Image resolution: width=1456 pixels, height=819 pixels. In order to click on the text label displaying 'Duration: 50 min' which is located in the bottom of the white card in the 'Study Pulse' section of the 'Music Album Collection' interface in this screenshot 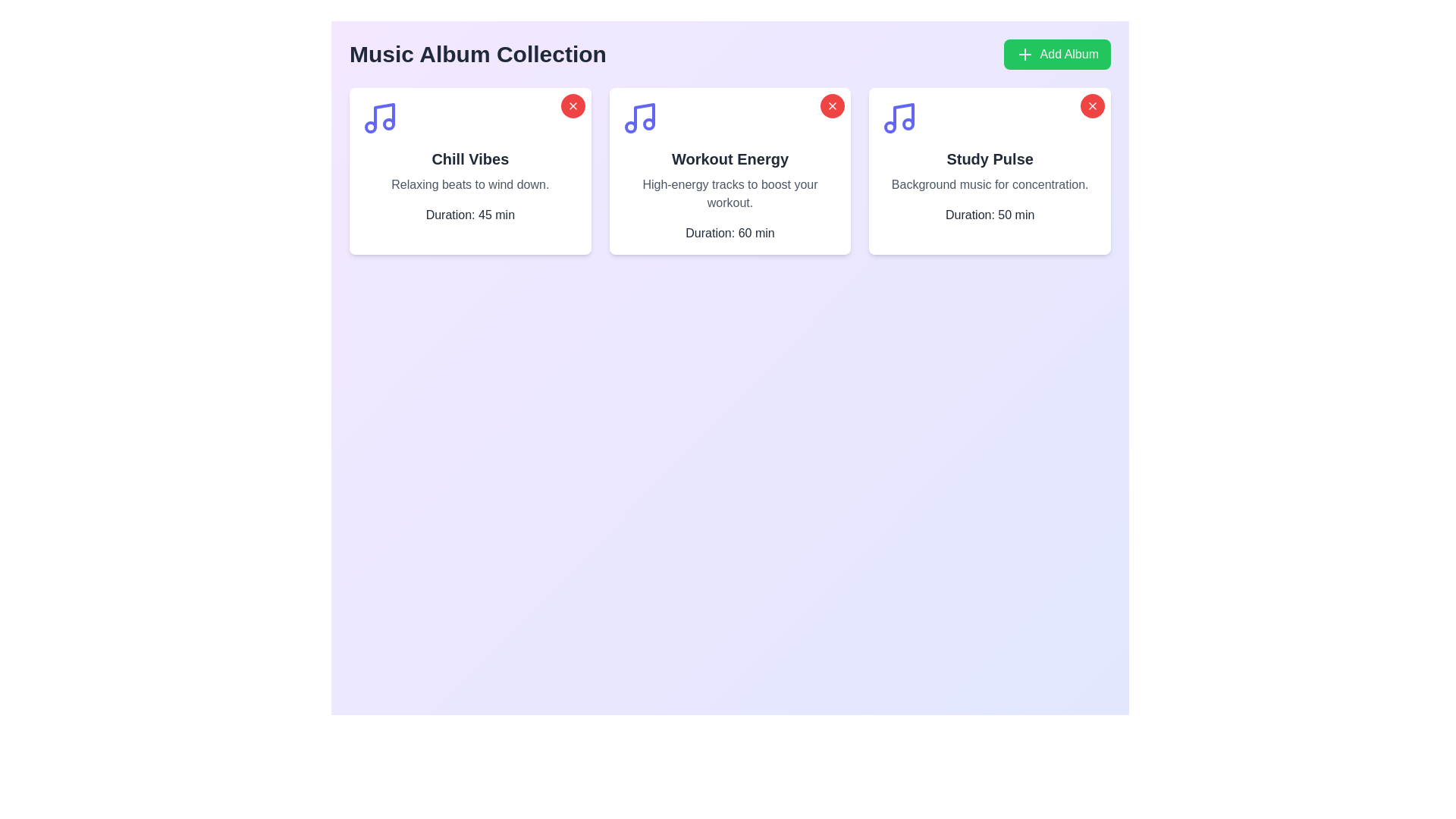, I will do `click(990, 215)`.